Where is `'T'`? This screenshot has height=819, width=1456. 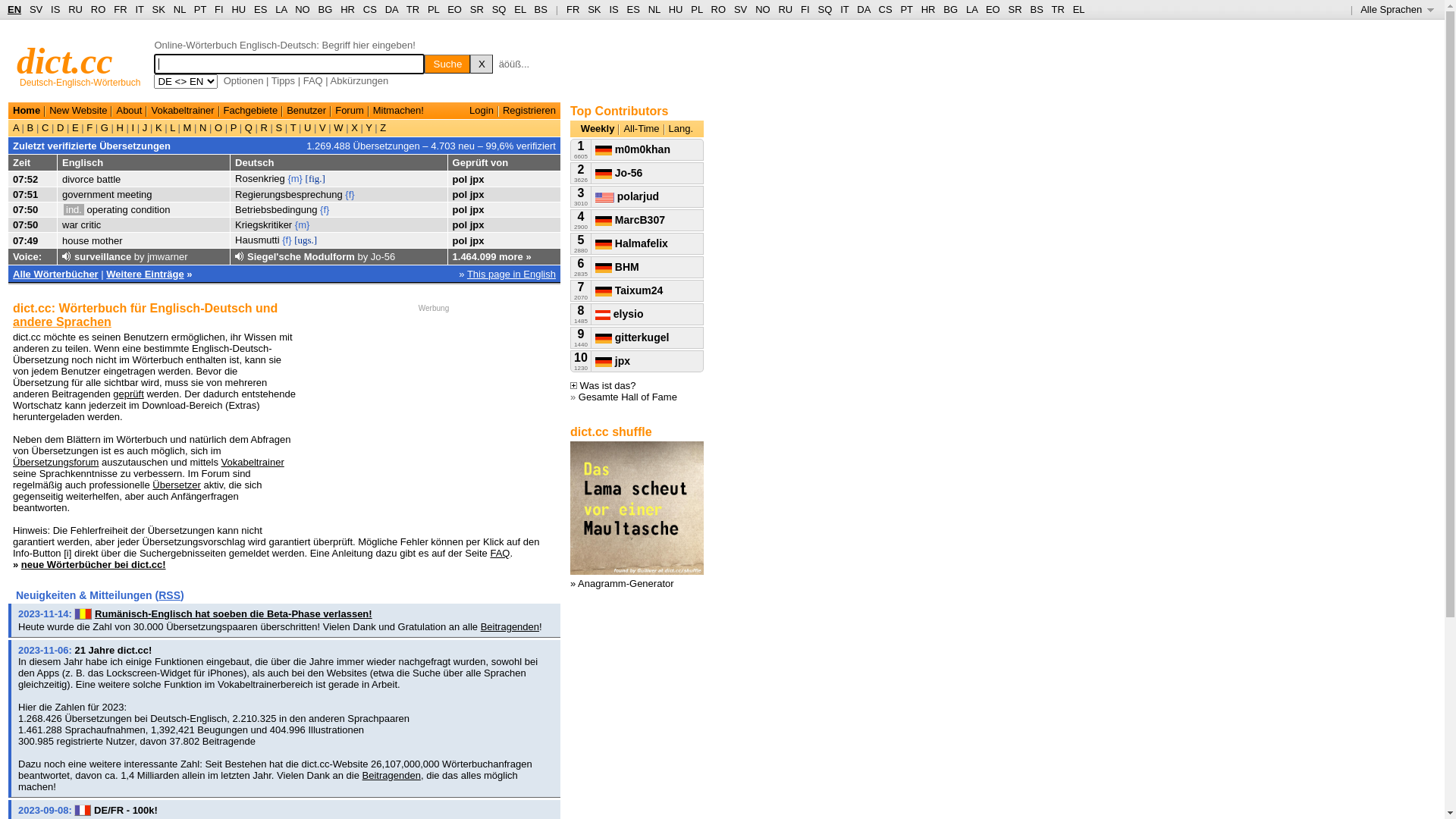 'T' is located at coordinates (287, 127).